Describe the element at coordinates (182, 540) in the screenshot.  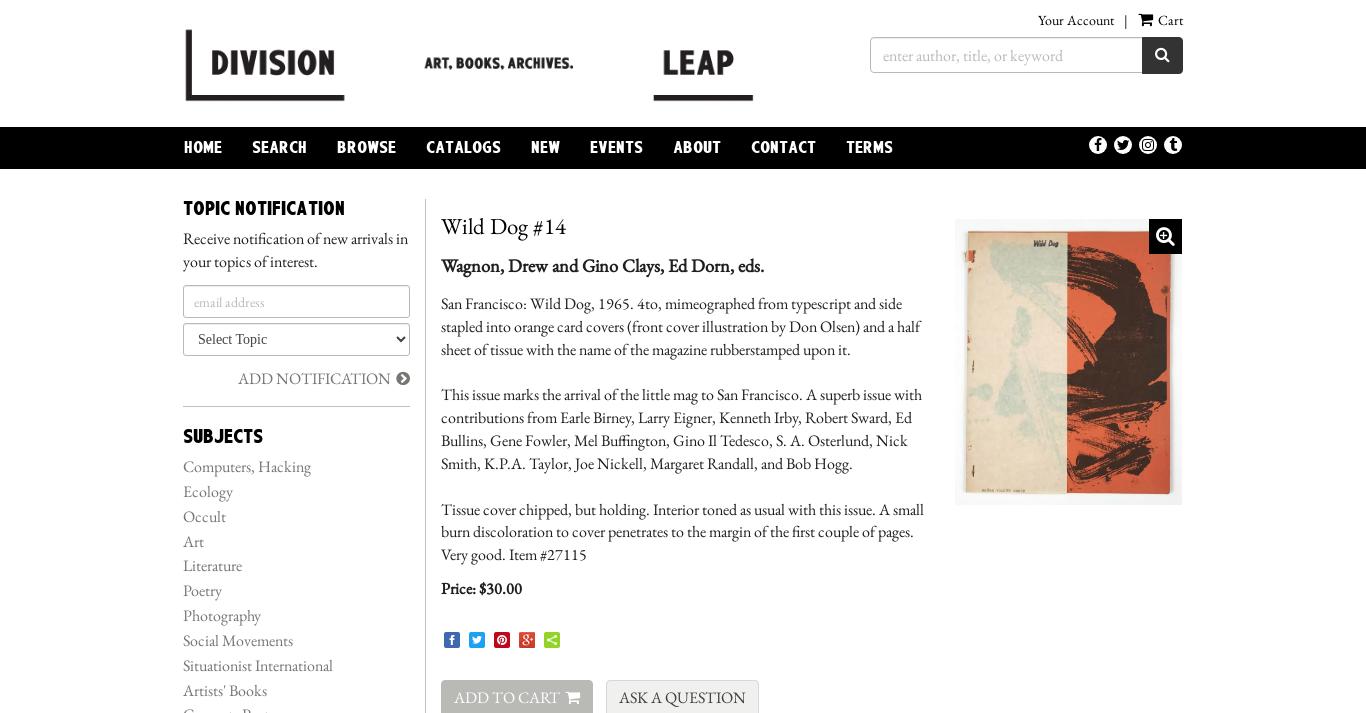
I see `'Art'` at that location.